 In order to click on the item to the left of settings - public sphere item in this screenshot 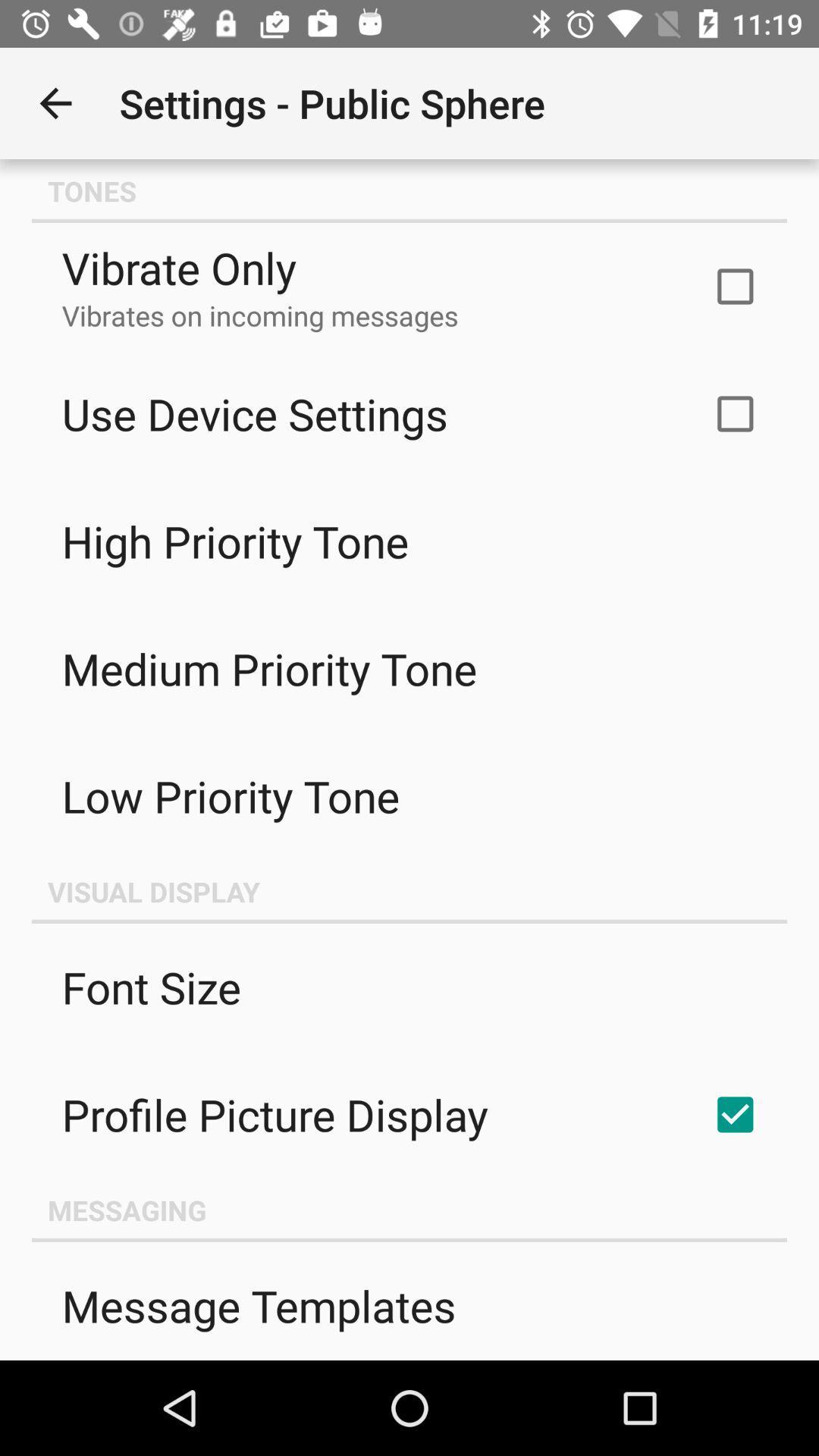, I will do `click(55, 102)`.